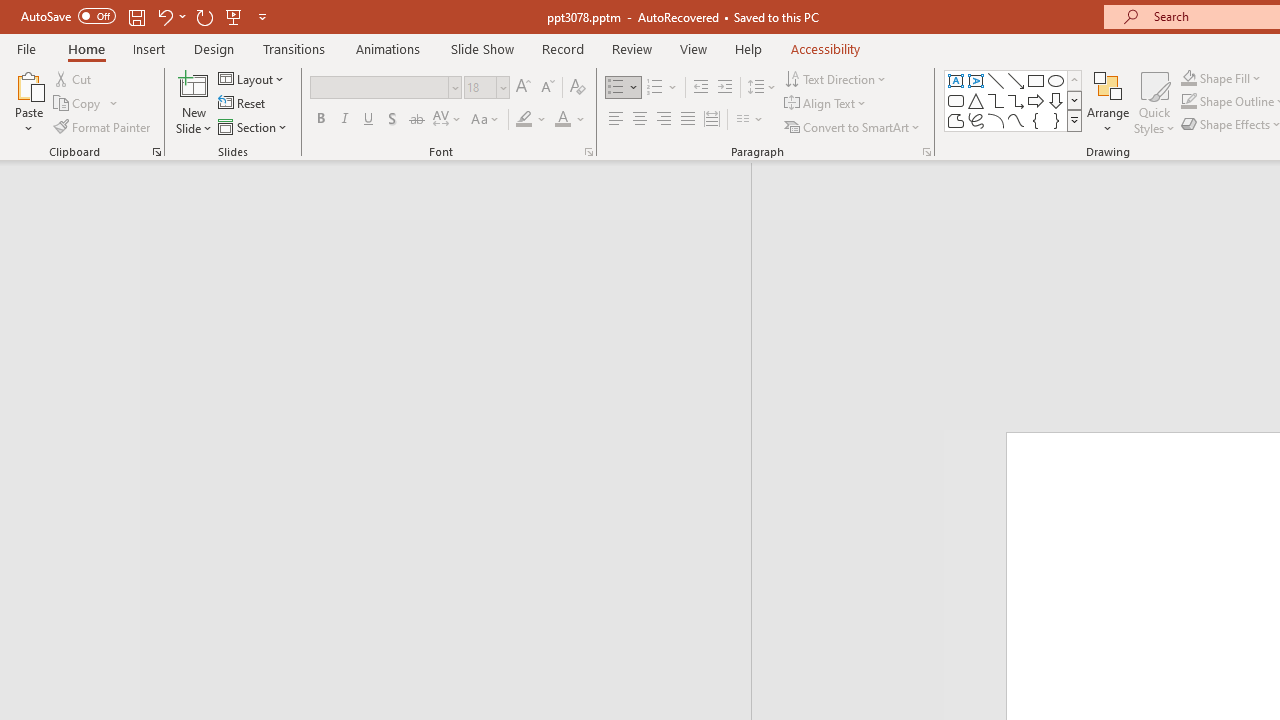 The width and height of the screenshot is (1280, 720). What do you see at coordinates (995, 100) in the screenshot?
I see `'Connector: Elbow'` at bounding box center [995, 100].